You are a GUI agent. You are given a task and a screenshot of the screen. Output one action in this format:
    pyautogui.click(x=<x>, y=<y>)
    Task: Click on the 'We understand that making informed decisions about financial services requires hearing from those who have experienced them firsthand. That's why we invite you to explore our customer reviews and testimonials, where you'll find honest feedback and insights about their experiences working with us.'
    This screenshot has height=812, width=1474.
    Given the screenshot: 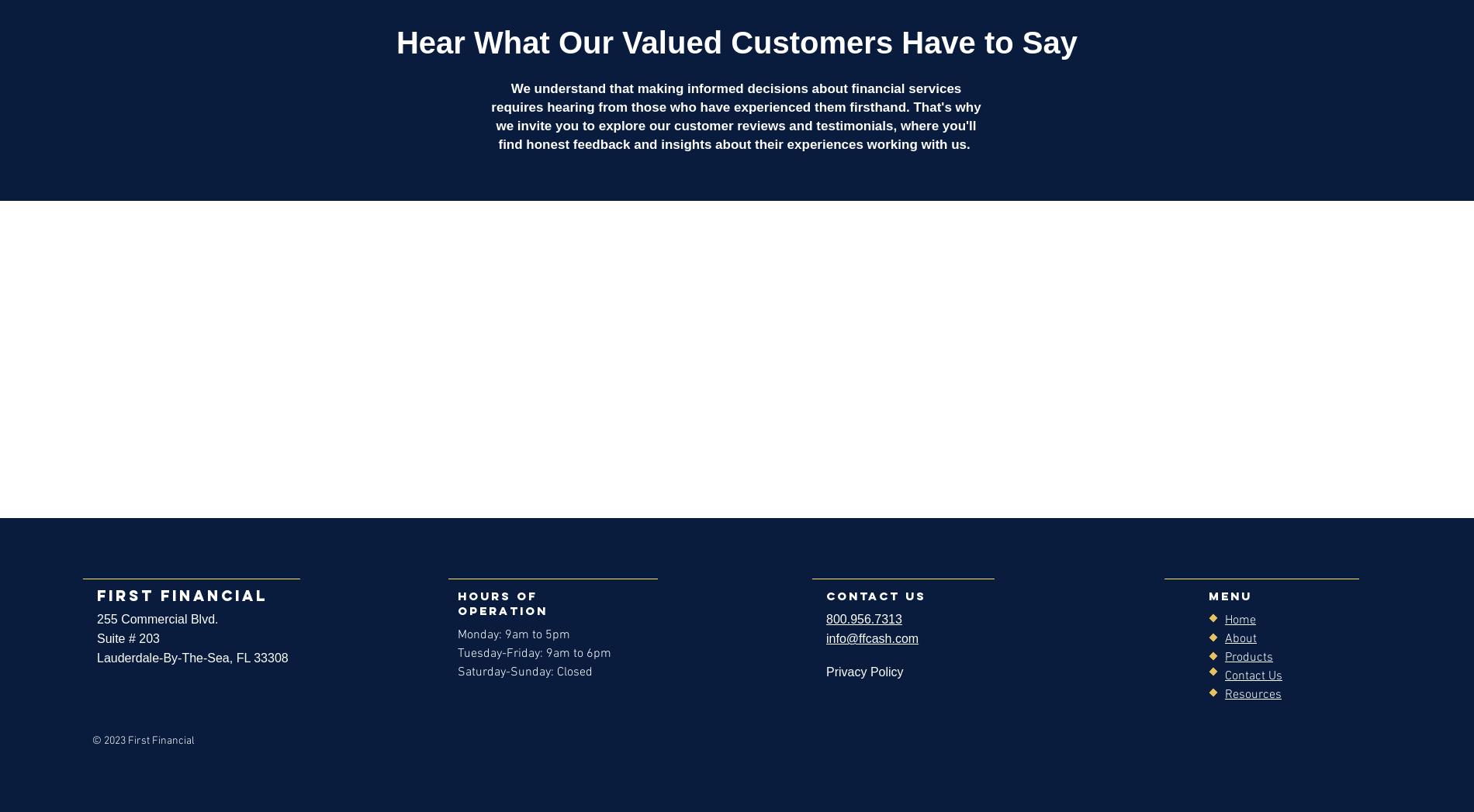 What is the action you would take?
    pyautogui.click(x=735, y=116)
    